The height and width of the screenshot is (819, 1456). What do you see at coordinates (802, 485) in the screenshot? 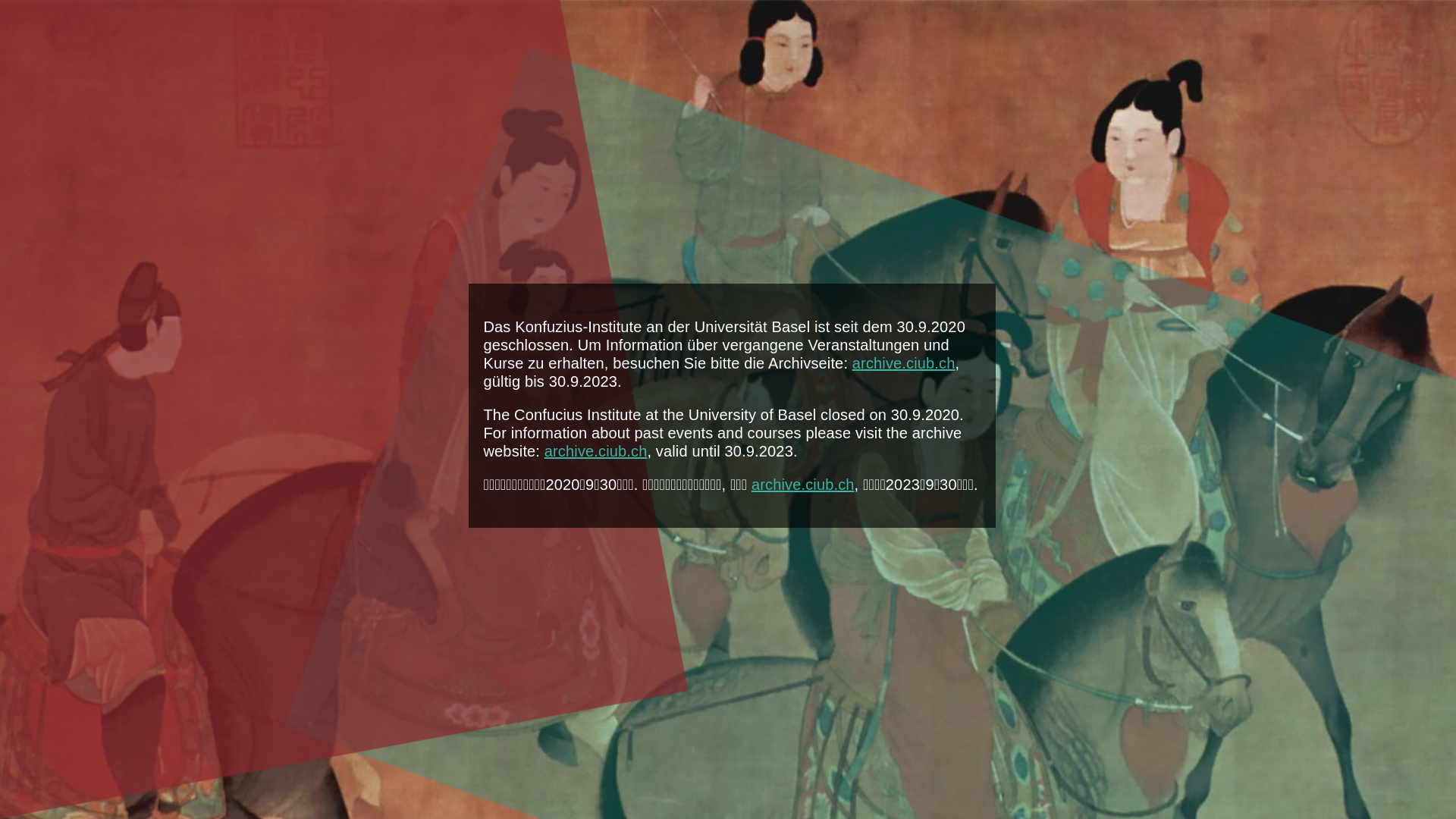
I see `'archive.ciub.ch'` at bounding box center [802, 485].